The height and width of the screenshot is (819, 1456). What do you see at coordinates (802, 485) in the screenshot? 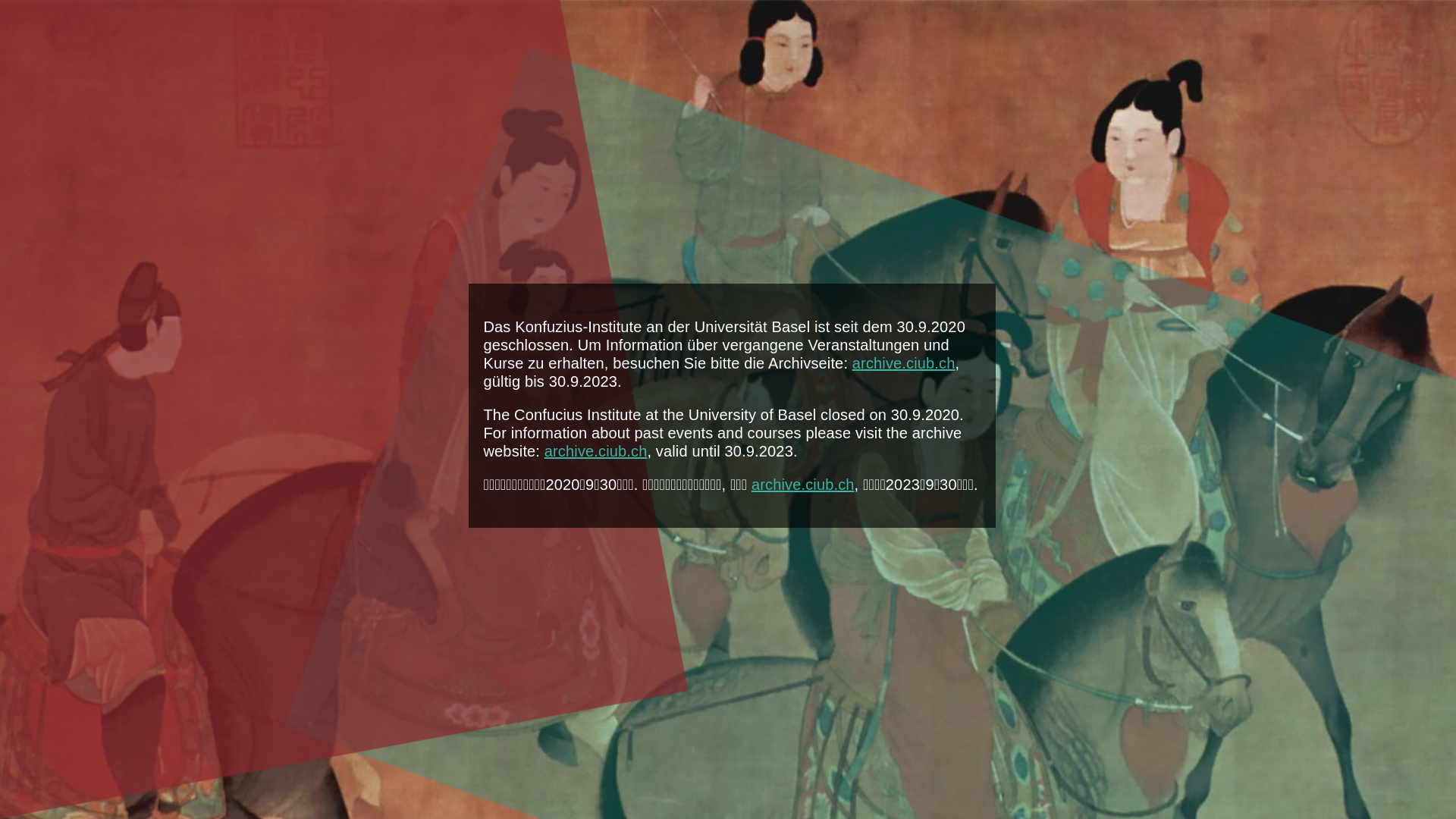
I see `'archive.ciub.ch'` at bounding box center [802, 485].